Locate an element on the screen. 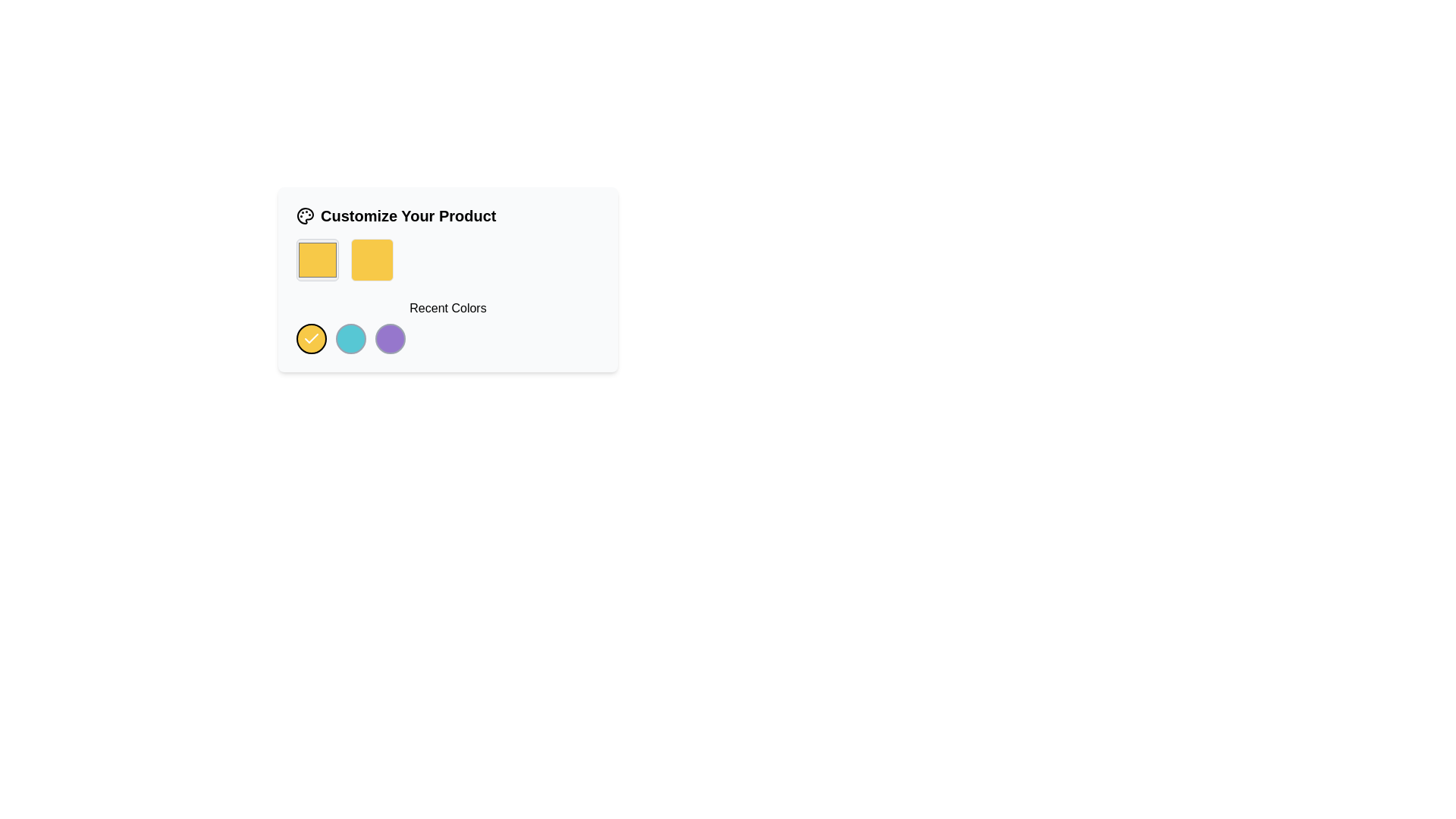  the unbordered yellow square located to the right of the bordered yellow square in the product customization section is located at coordinates (447, 259).